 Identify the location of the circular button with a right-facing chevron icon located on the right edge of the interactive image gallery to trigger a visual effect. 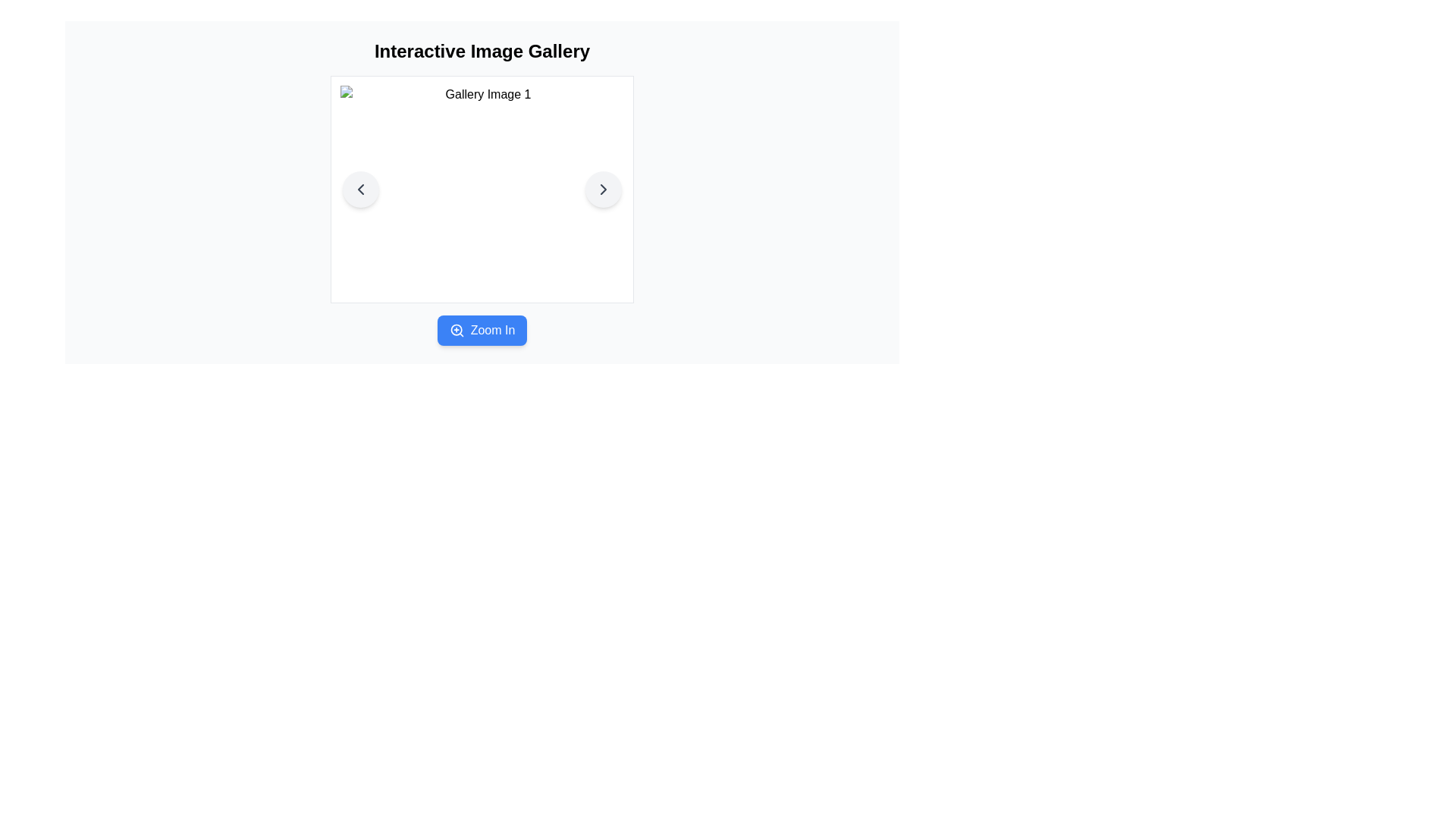
(603, 189).